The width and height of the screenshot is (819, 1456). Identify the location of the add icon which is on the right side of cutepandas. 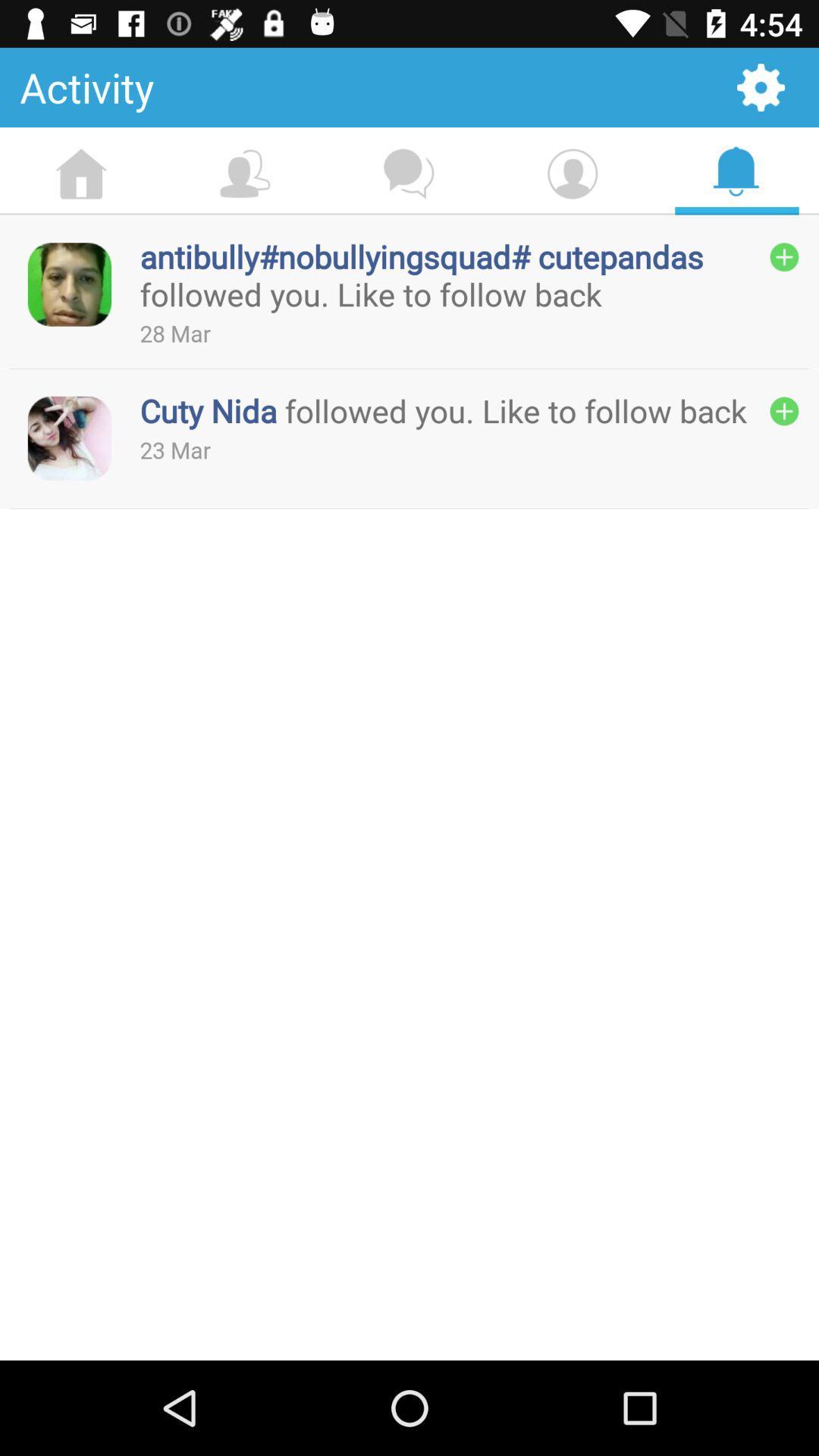
(784, 257).